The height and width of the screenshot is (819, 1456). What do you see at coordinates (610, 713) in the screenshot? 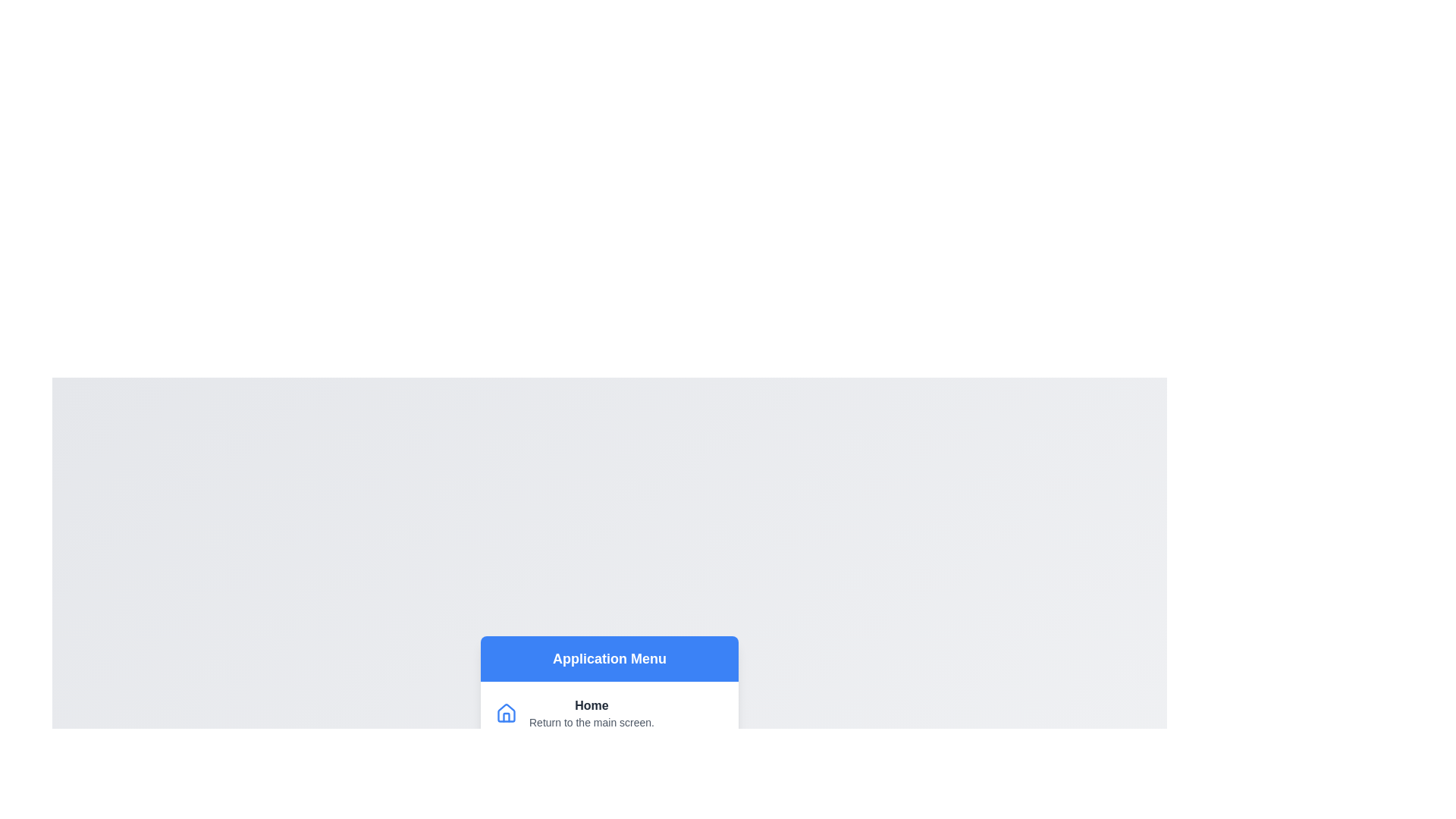
I see `the menu item labeled Home` at bounding box center [610, 713].